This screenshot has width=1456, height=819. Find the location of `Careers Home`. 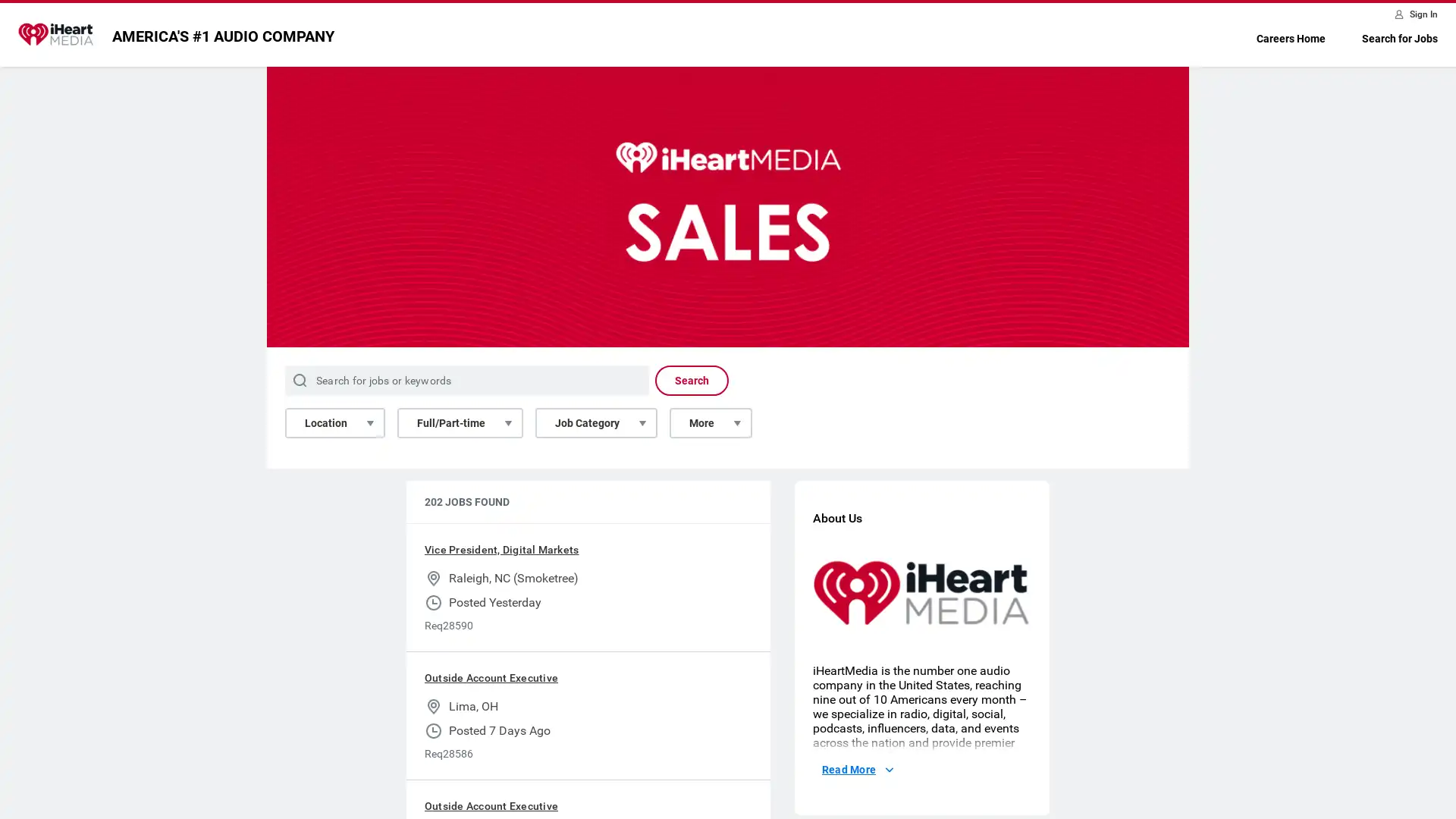

Careers Home is located at coordinates (1290, 38).